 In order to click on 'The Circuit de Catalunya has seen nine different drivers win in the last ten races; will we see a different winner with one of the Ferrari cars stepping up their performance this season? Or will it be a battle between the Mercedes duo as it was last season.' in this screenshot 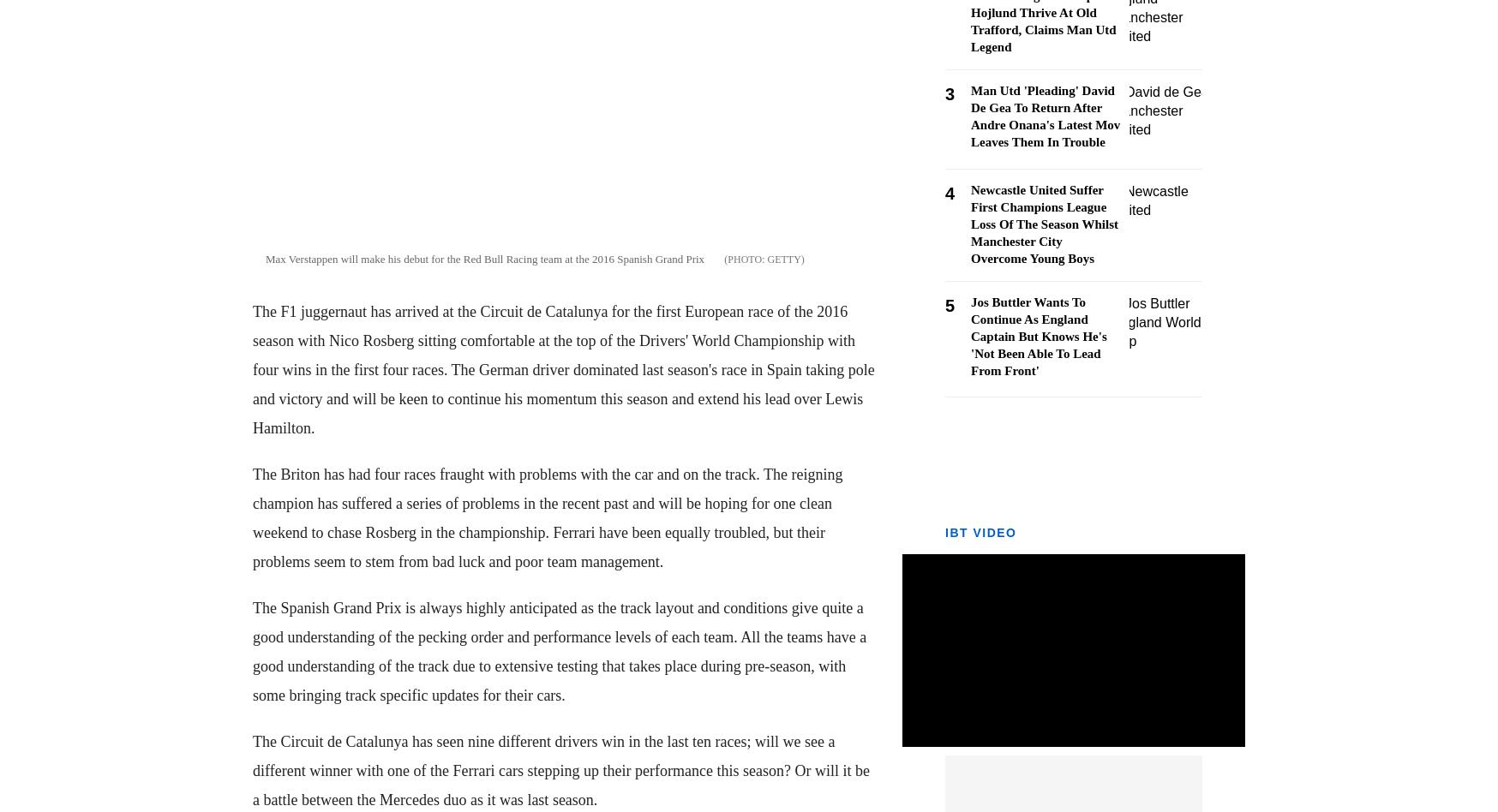, I will do `click(560, 770)`.